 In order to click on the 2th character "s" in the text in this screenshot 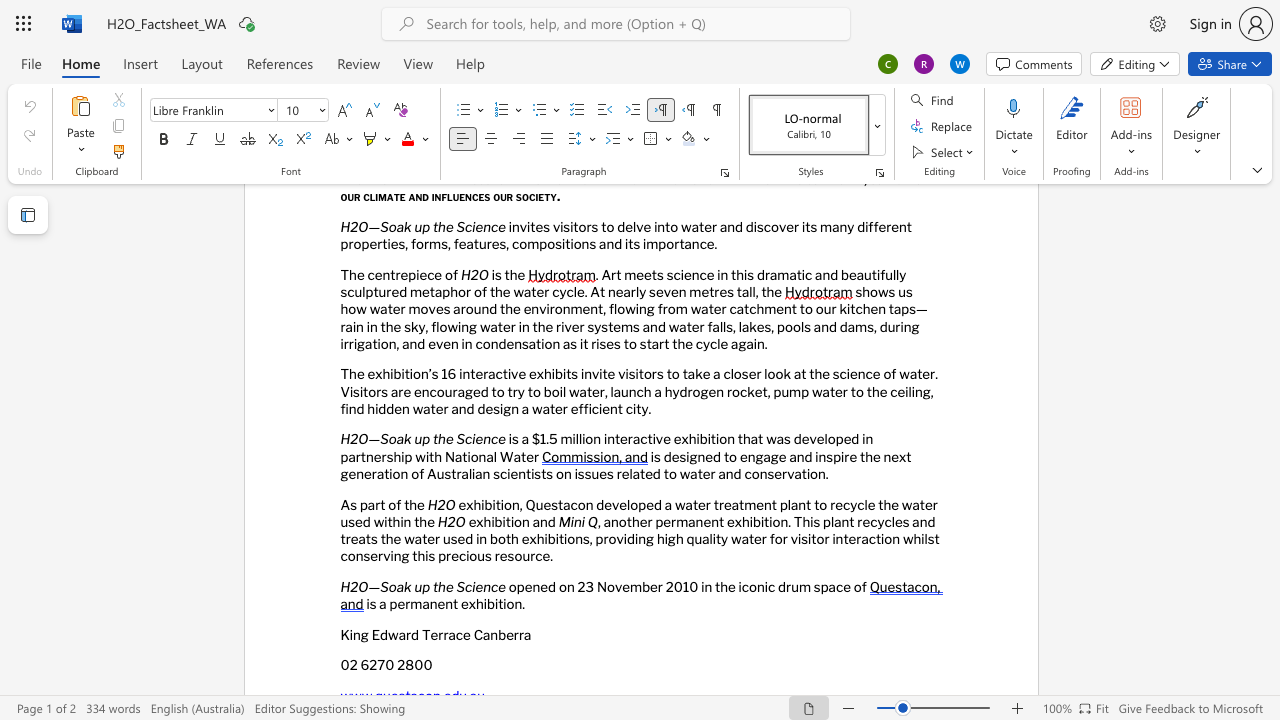, I will do `click(682, 456)`.